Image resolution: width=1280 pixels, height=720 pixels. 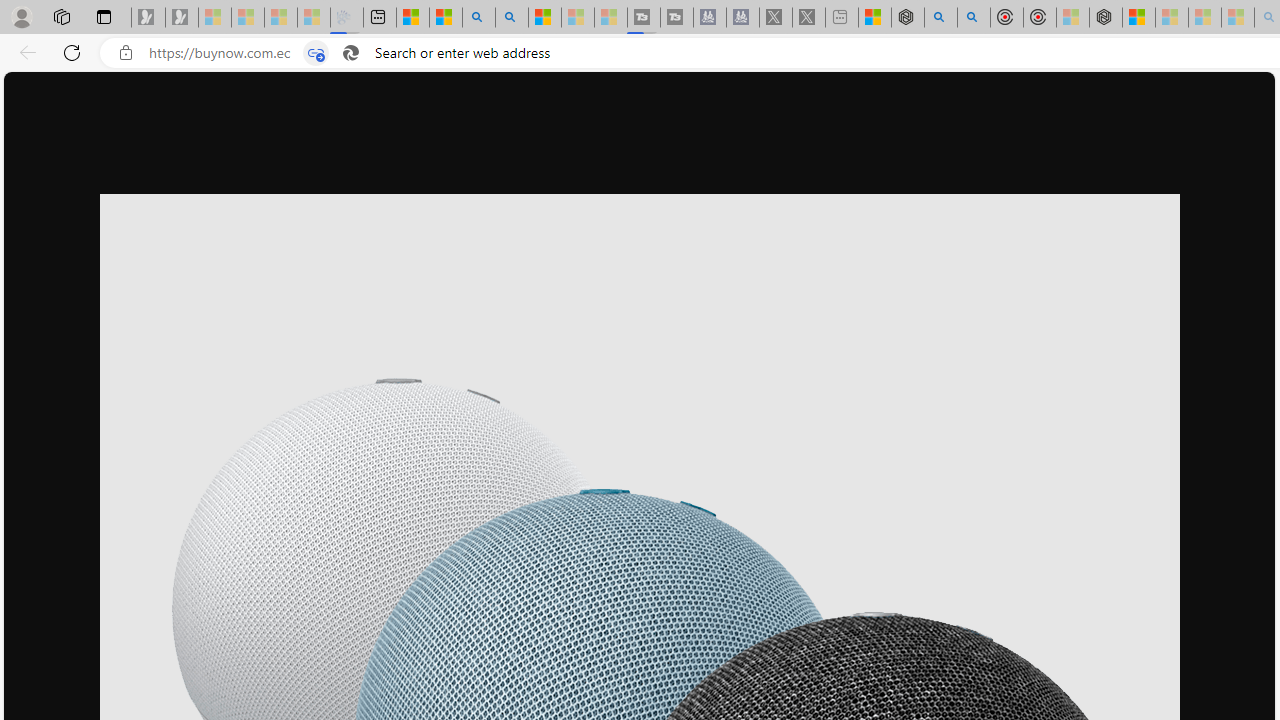 I want to click on 'Back', so click(x=24, y=51).